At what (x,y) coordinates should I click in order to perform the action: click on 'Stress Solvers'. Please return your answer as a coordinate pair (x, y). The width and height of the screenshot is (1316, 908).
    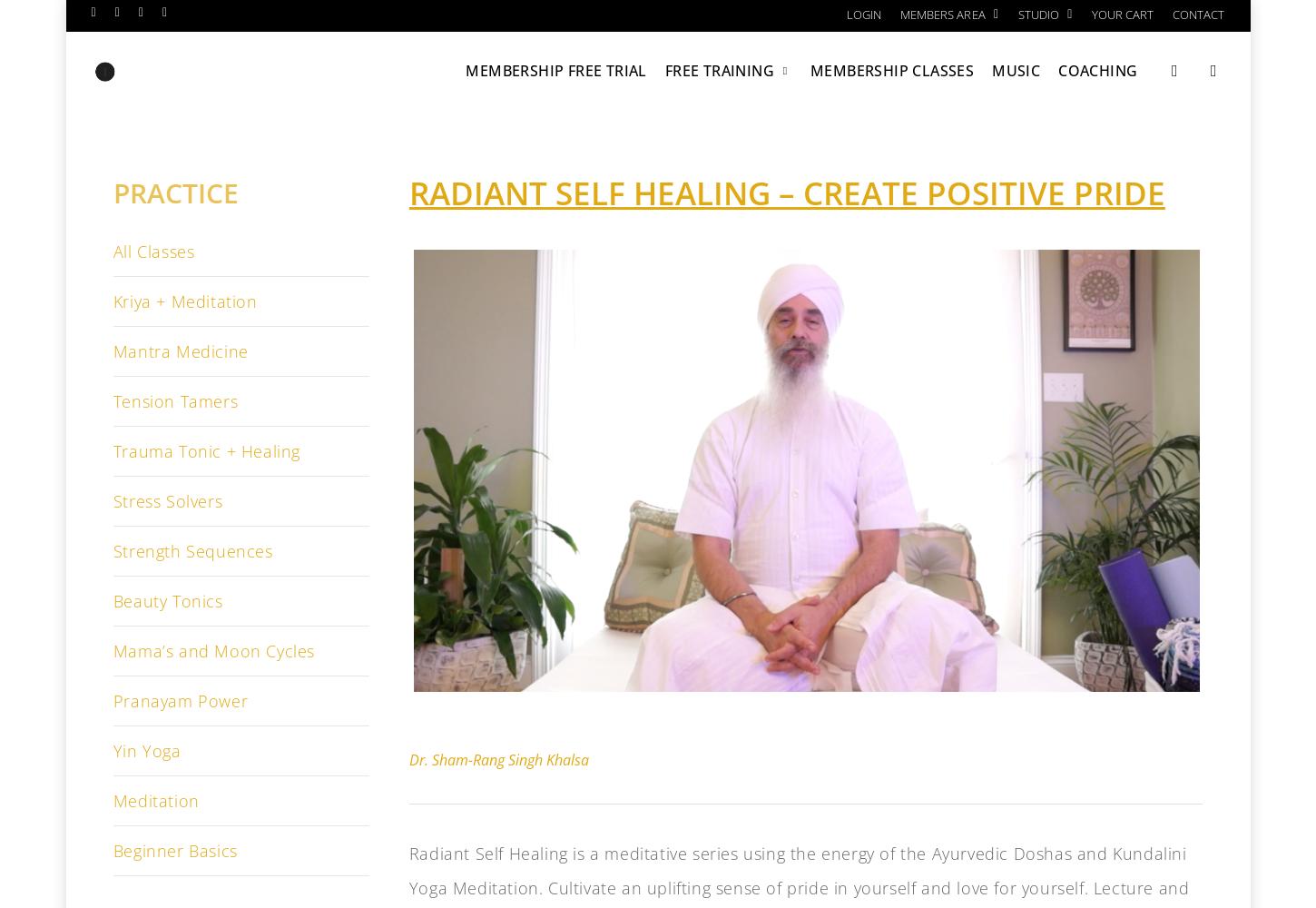
    Looking at the image, I should click on (166, 501).